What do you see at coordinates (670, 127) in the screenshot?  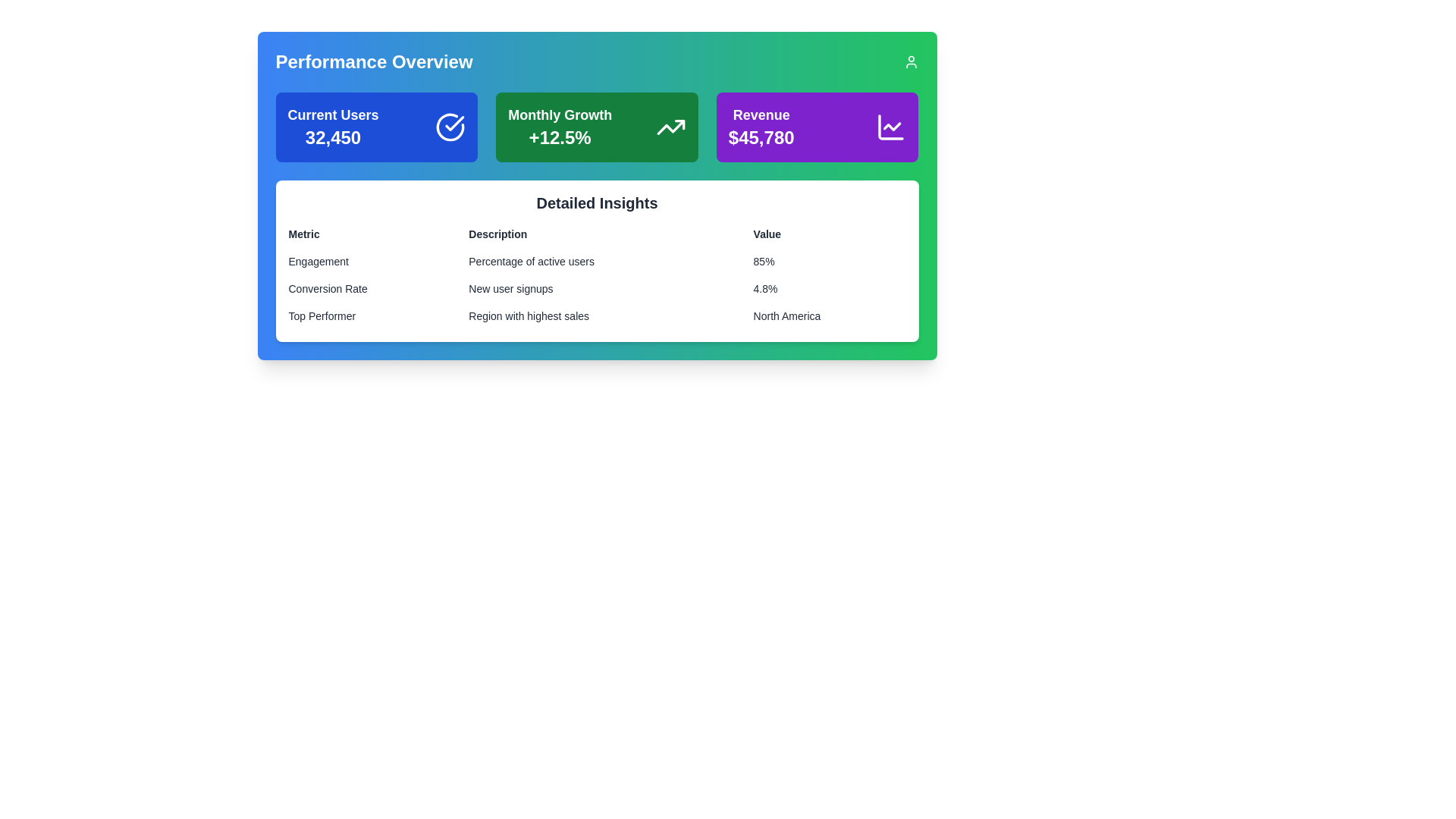 I see `growth icon located on the right side of the 'Monthly Growth' section, which is associated with the '+12.5%' metric` at bounding box center [670, 127].